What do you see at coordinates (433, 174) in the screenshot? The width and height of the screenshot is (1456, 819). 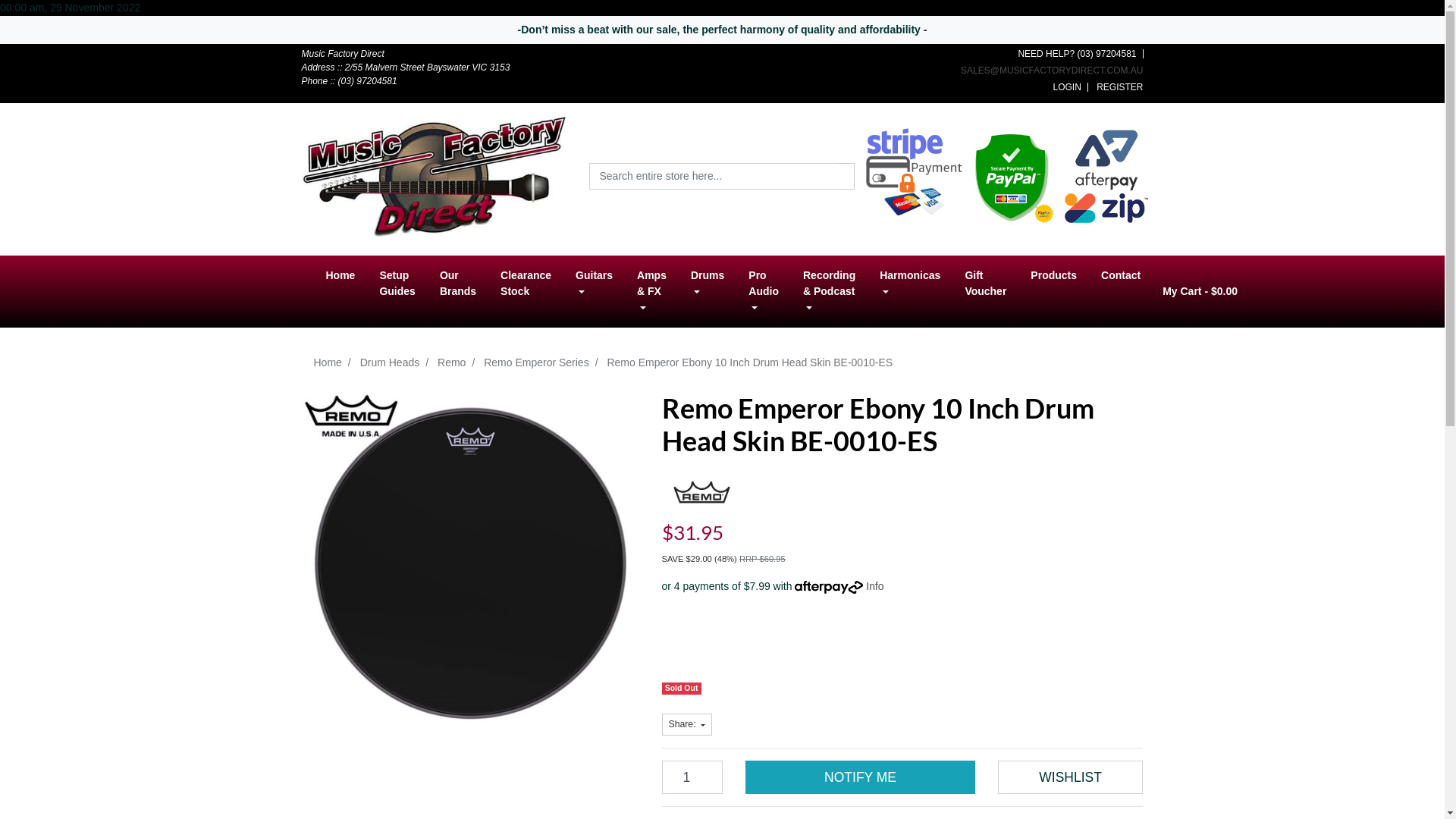 I see `'Music Factory Direct'` at bounding box center [433, 174].